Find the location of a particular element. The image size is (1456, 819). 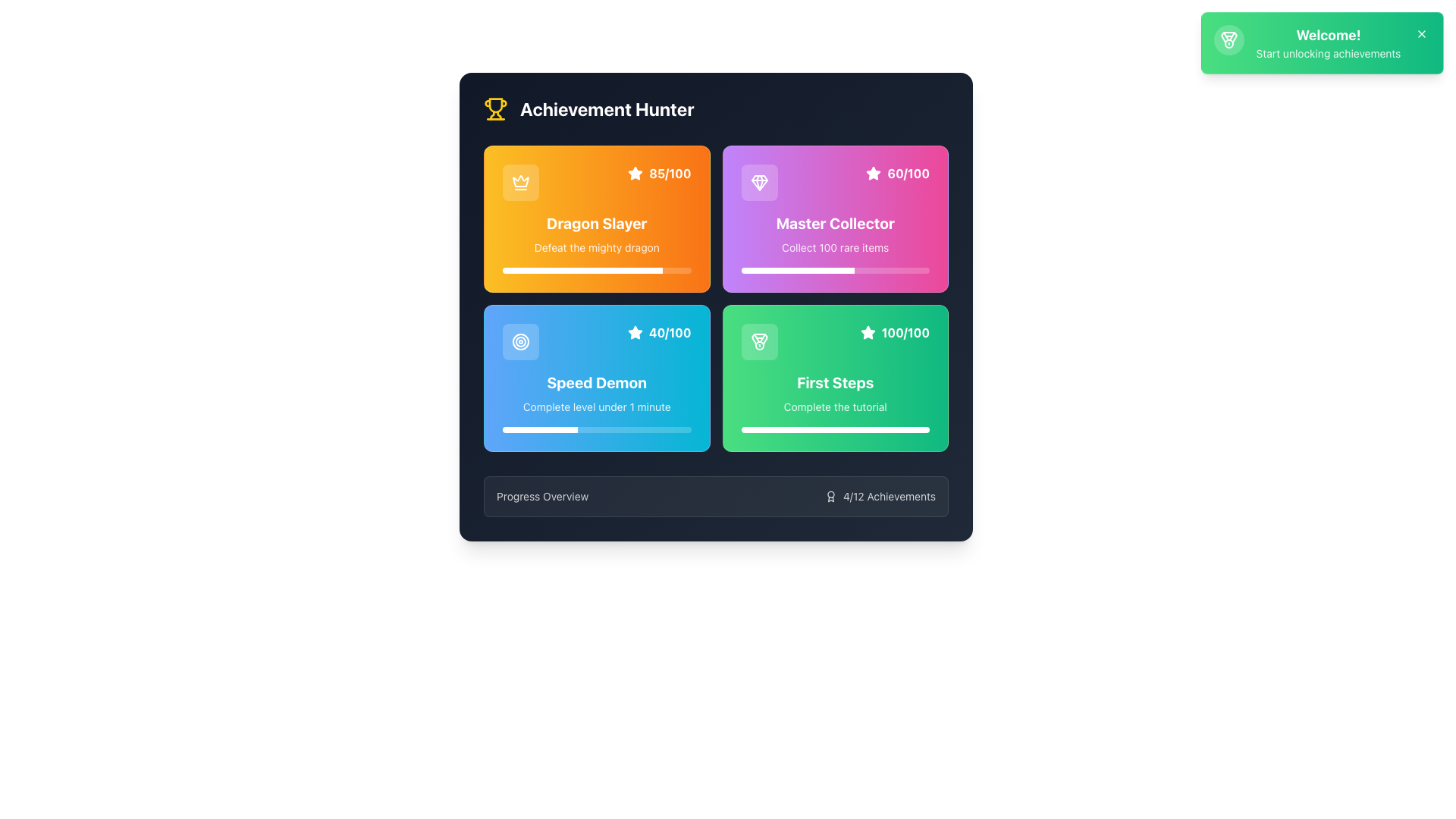

and interpret the 'Master Collector' achievement title text label located in the second card on the top row of the main achievement grid, which has a purple-to-pink gradient background is located at coordinates (834, 223).